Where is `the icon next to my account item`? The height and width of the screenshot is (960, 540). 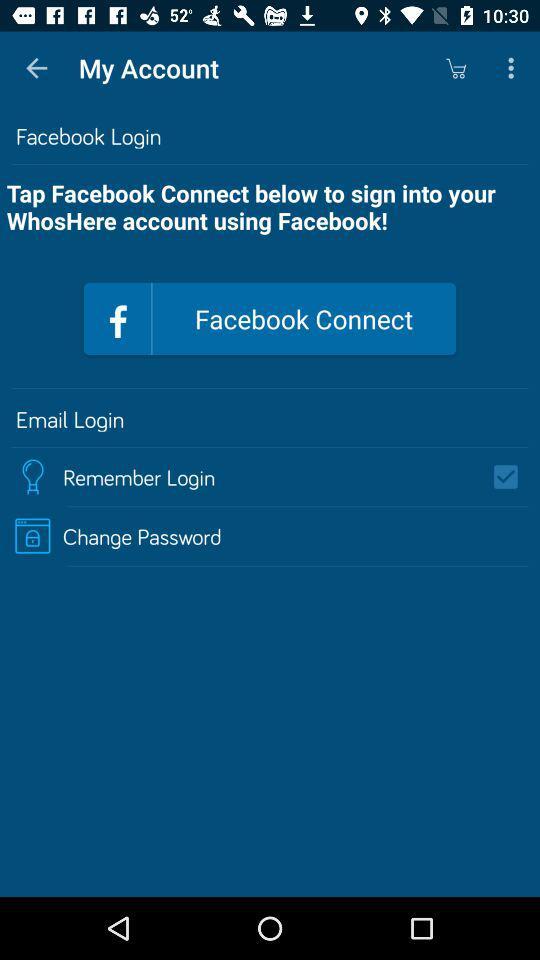
the icon next to my account item is located at coordinates (455, 68).